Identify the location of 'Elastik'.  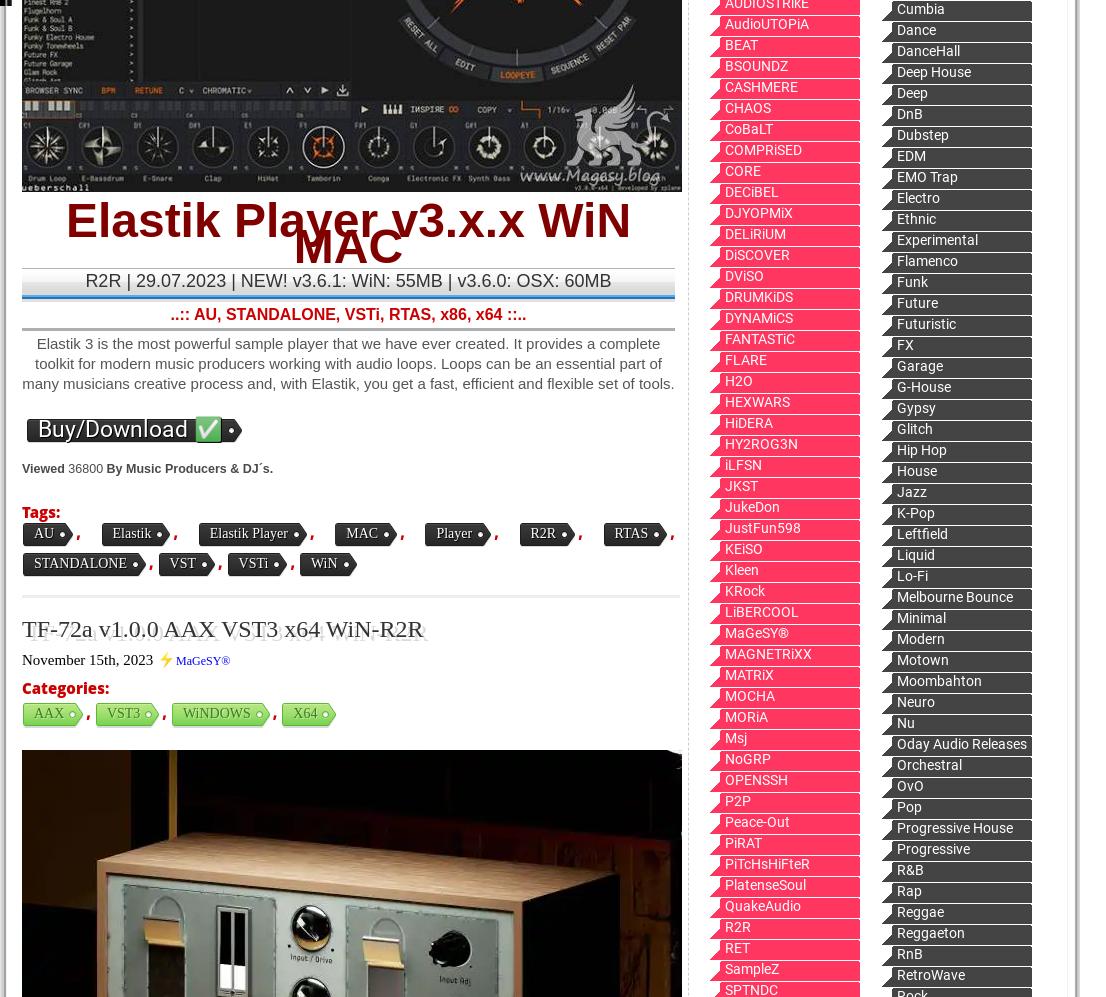
(130, 532).